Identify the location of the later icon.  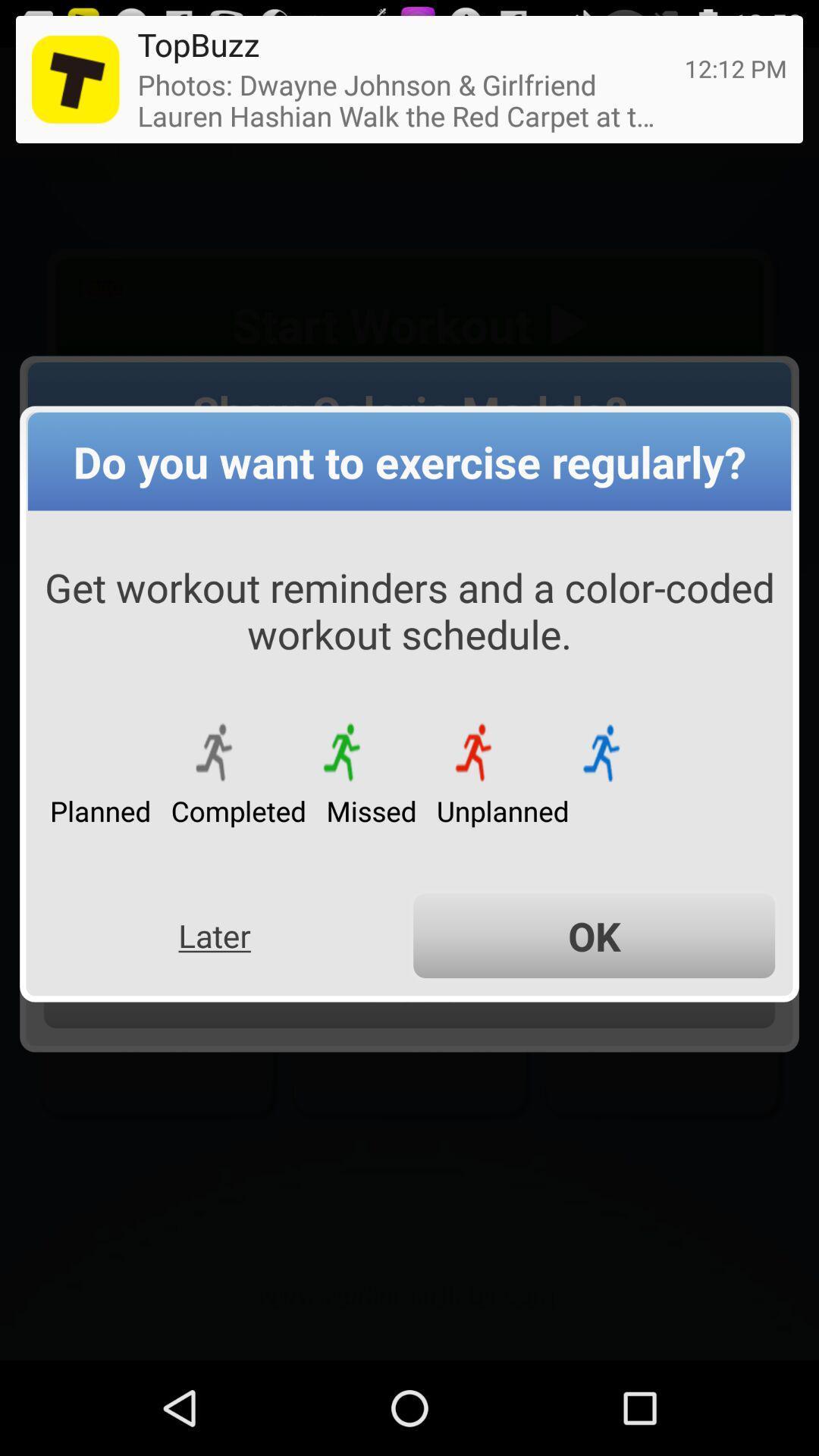
(215, 935).